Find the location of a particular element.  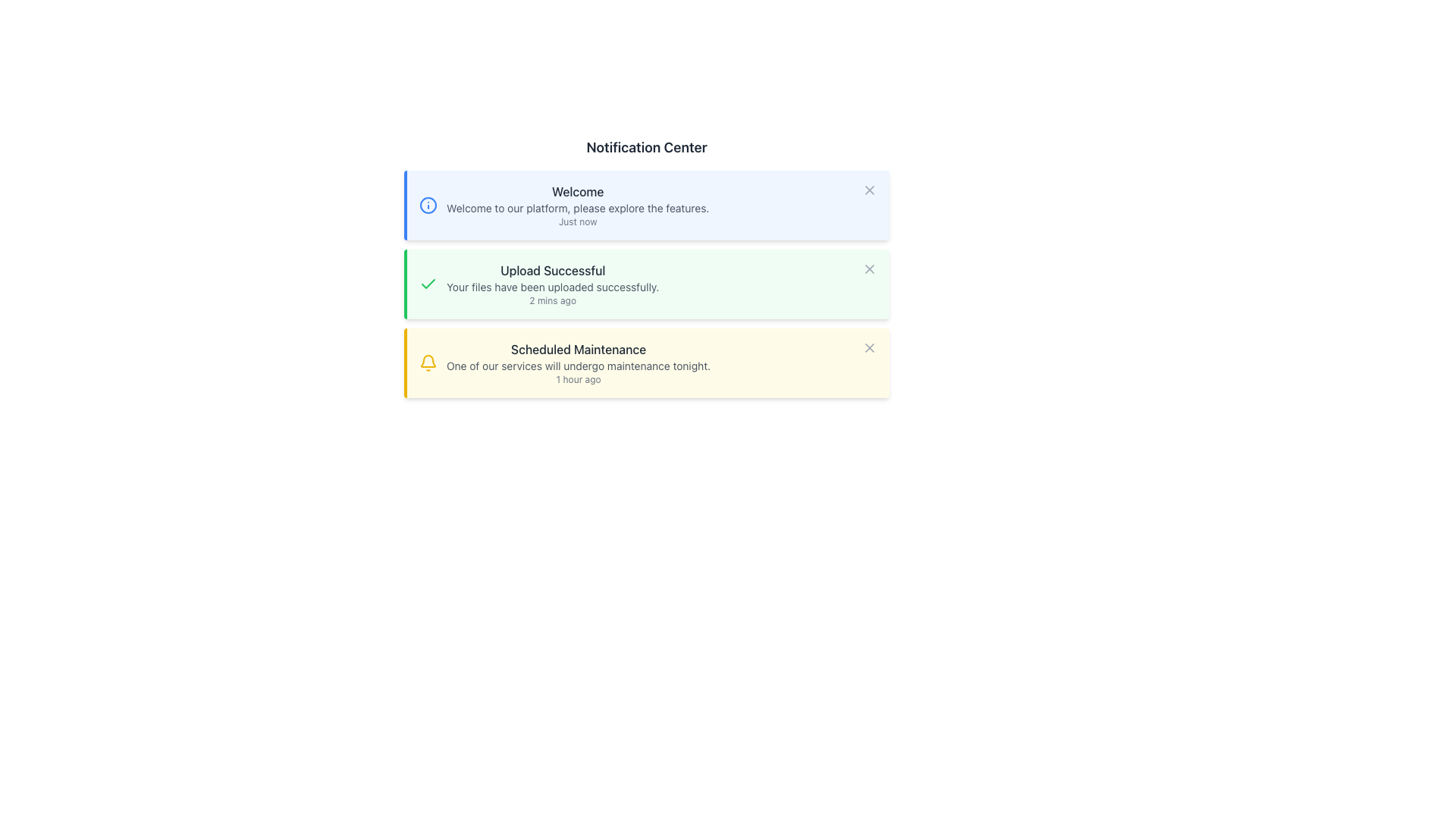

the Close Button icon, which is a small diagonal cross icon (X) located within the 'Upload Successful' notification on the far right side of the light green background section is located at coordinates (870, 268).